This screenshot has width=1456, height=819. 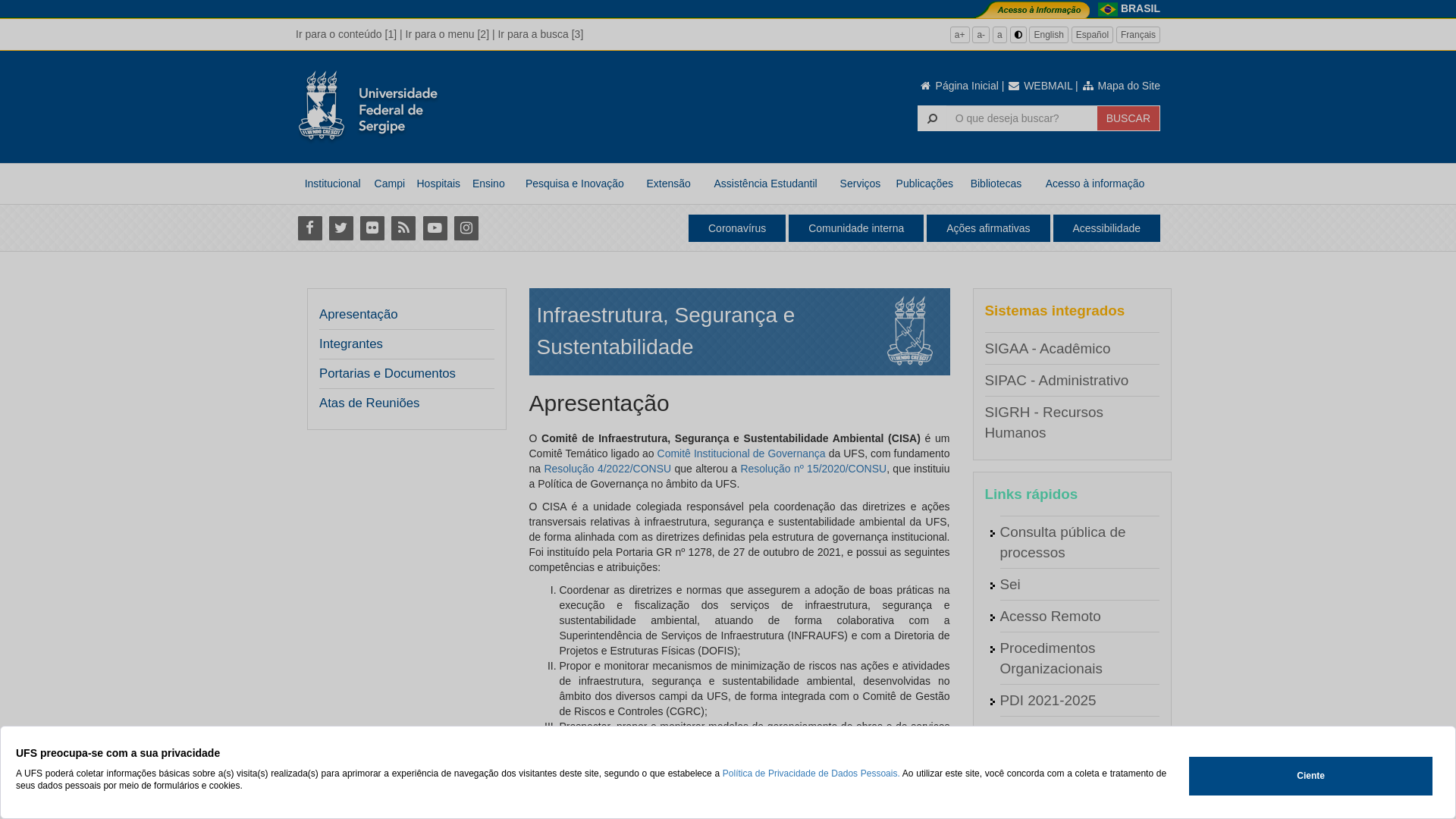 I want to click on 'Procedimentos Organizacionais', so click(x=1050, y=657).